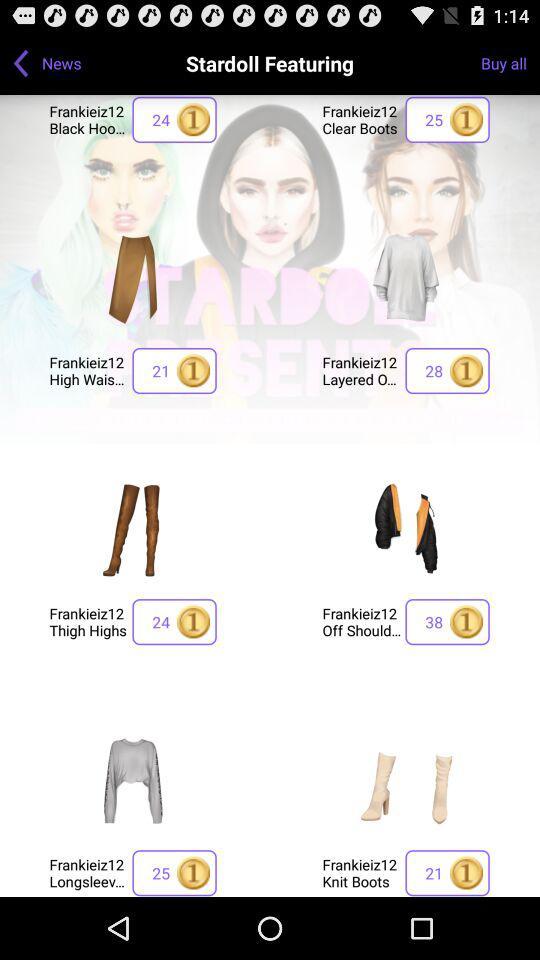  Describe the element at coordinates (405, 779) in the screenshot. I see `frankieiz12 knit boots` at that location.